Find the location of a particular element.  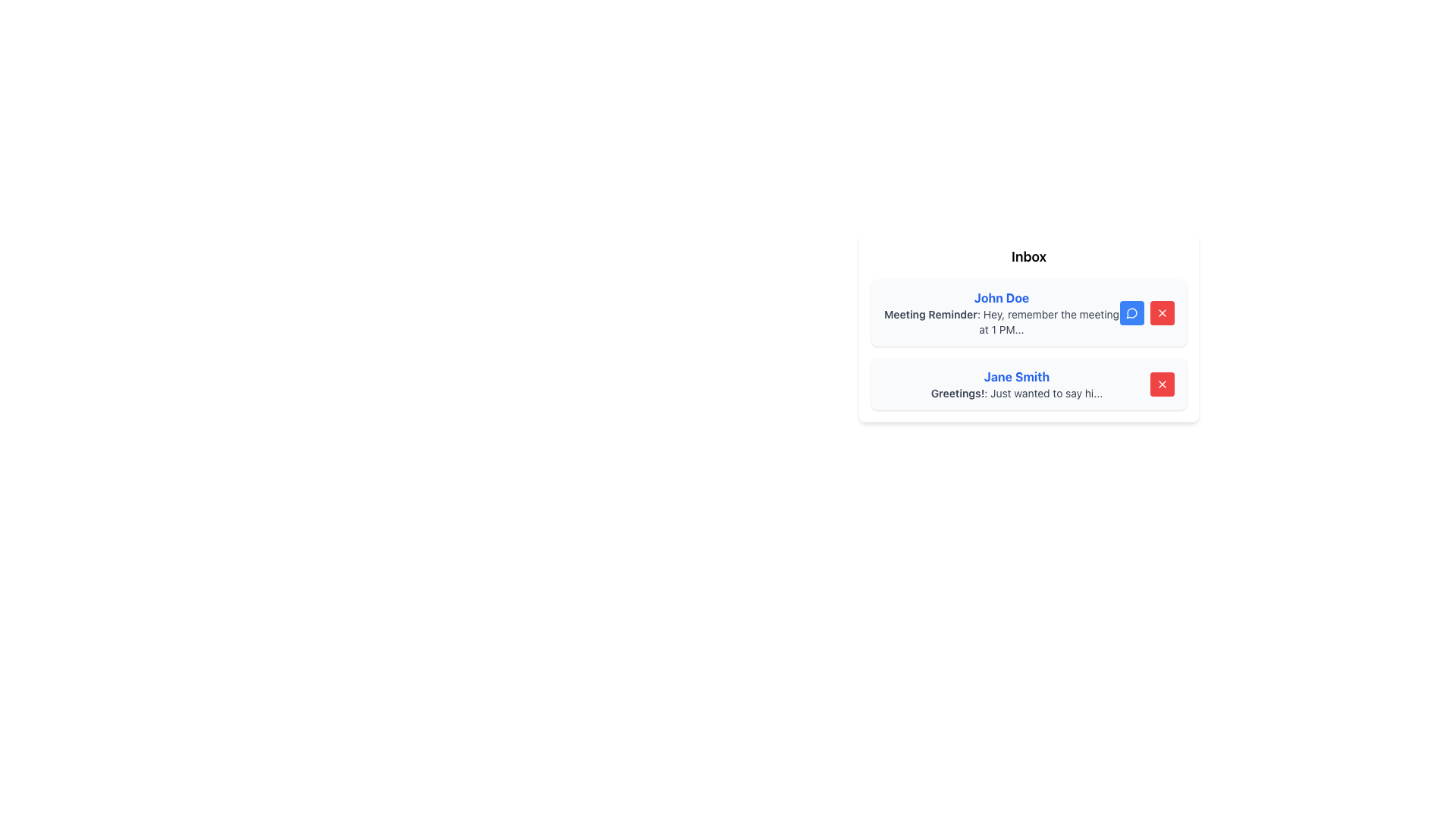

the text label element that contains the string 'Greetings!: Just wanted to say hi...' styled in a small gray font, located beneath the bolded name 'Jane Smith' within a card-like section of the inbox interface is located at coordinates (1016, 393).